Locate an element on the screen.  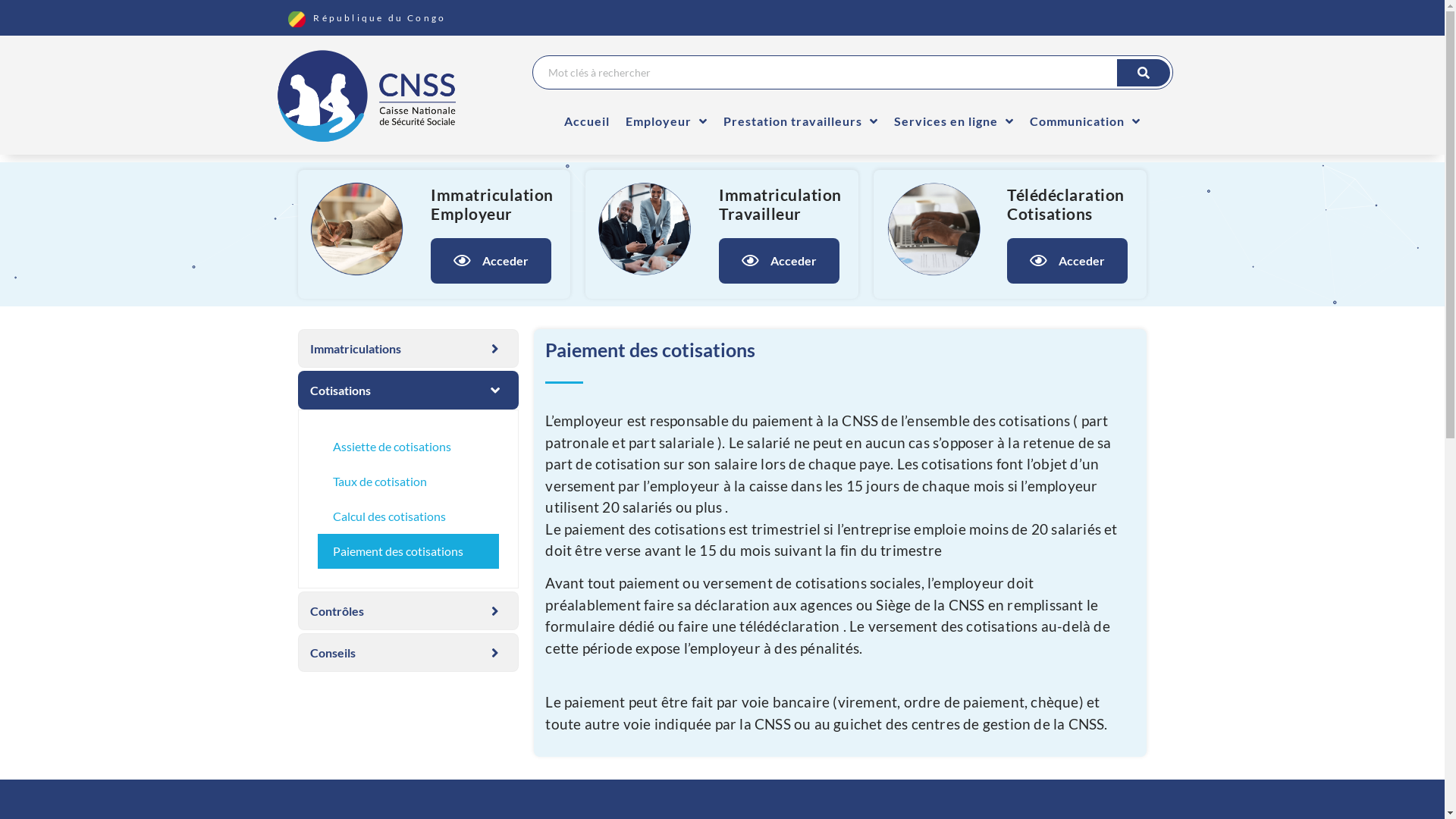
'Services en ligne' is located at coordinates (886, 120).